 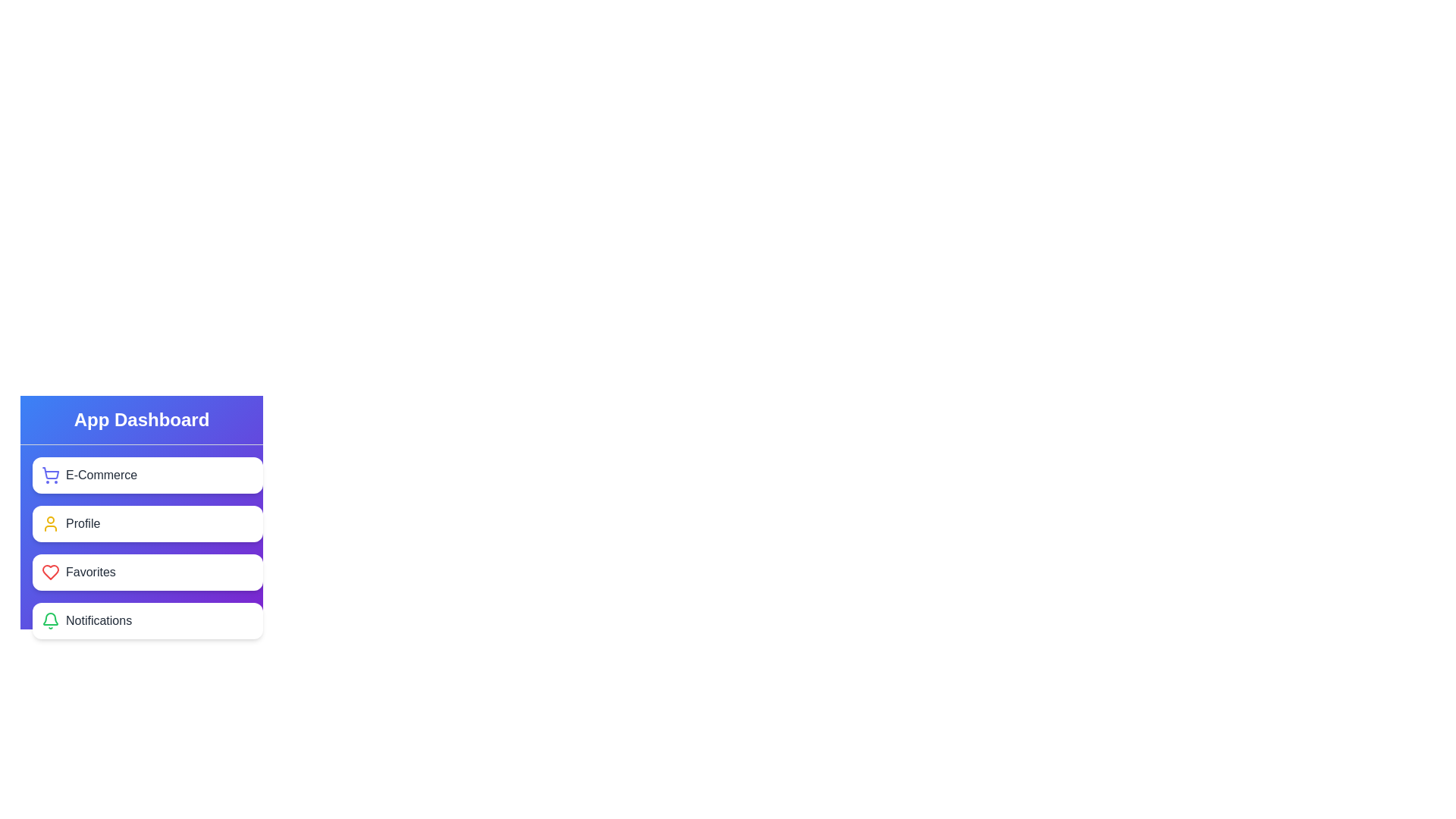 What do you see at coordinates (148, 620) in the screenshot?
I see `the element corresponding to Notifications` at bounding box center [148, 620].